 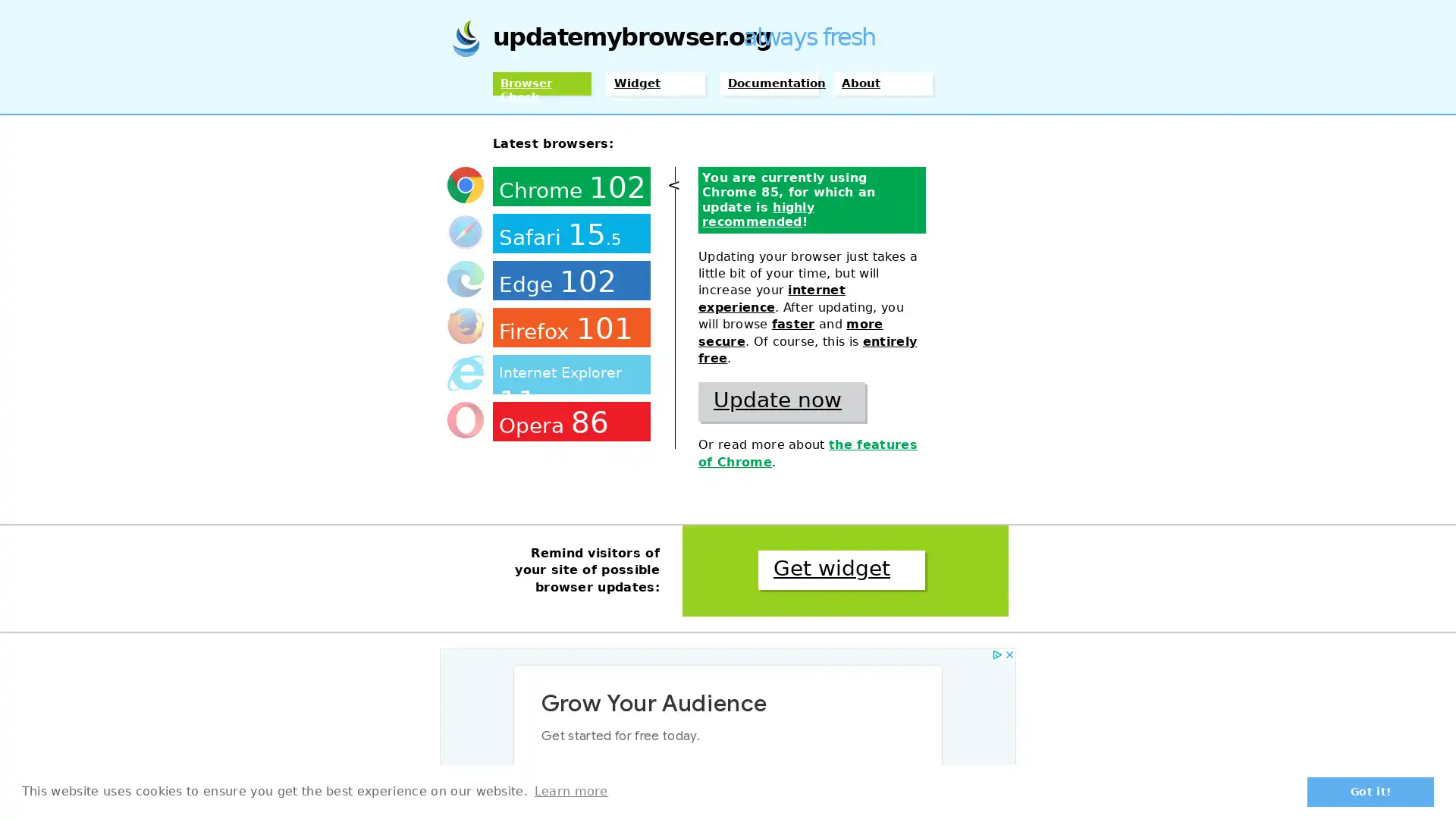 What do you see at coordinates (1370, 791) in the screenshot?
I see `dismiss cookie message` at bounding box center [1370, 791].